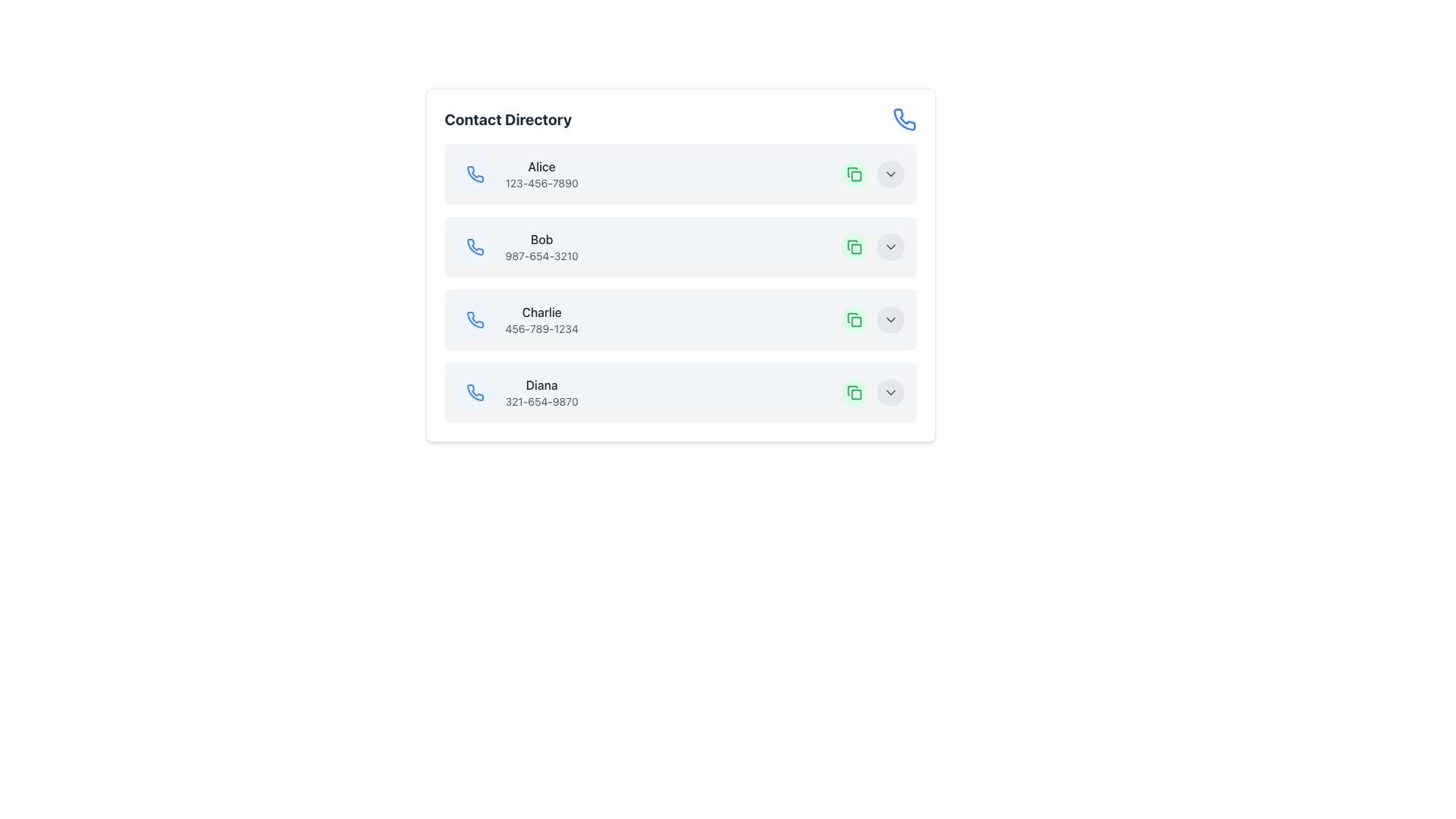  I want to click on the 'copy' button icon located to the right of the entry labeled 'Charlie' (456-789-1234) in the contact list, so click(854, 318).